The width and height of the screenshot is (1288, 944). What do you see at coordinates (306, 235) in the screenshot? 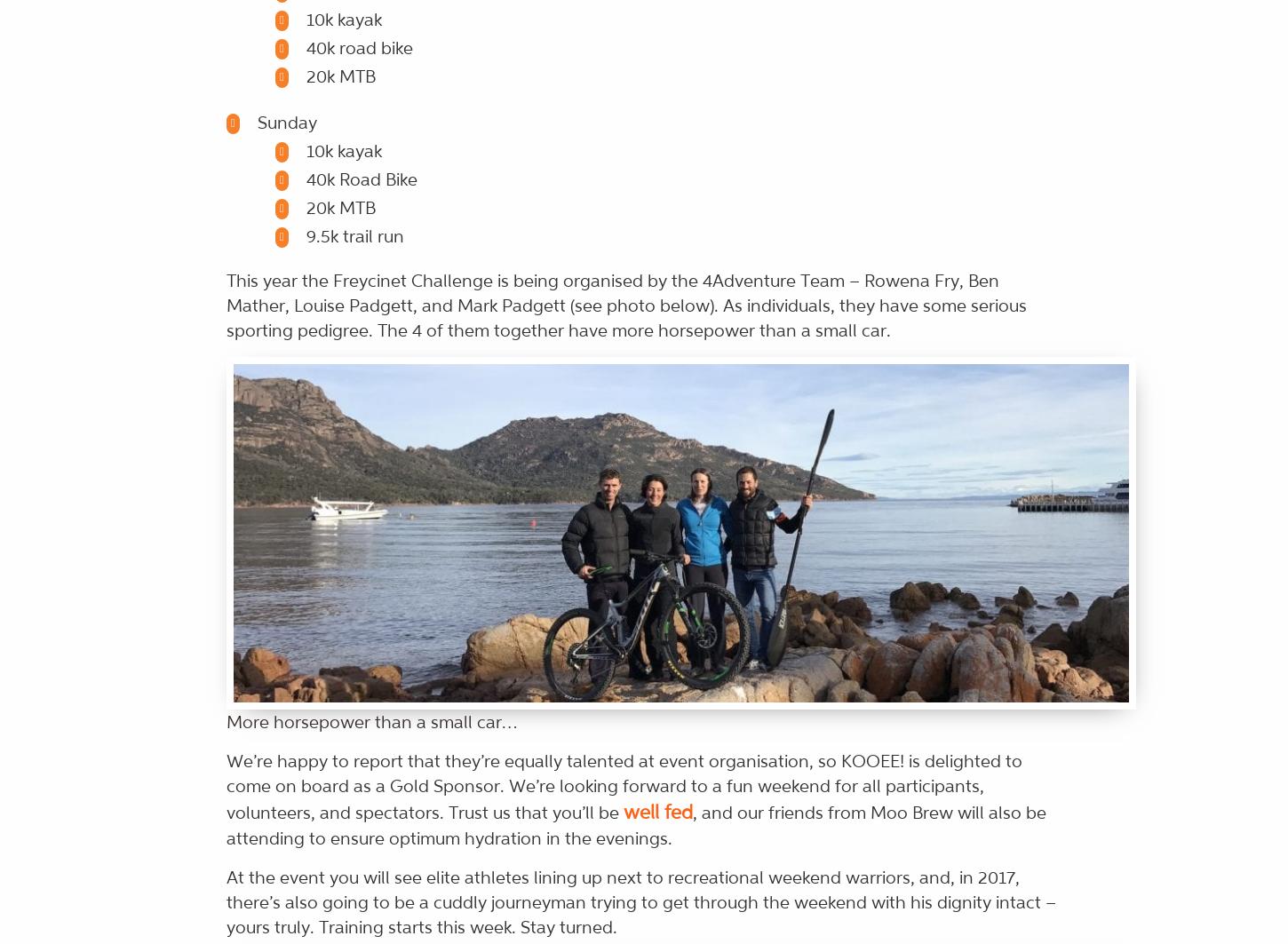
I see `'9.5k trail run'` at bounding box center [306, 235].